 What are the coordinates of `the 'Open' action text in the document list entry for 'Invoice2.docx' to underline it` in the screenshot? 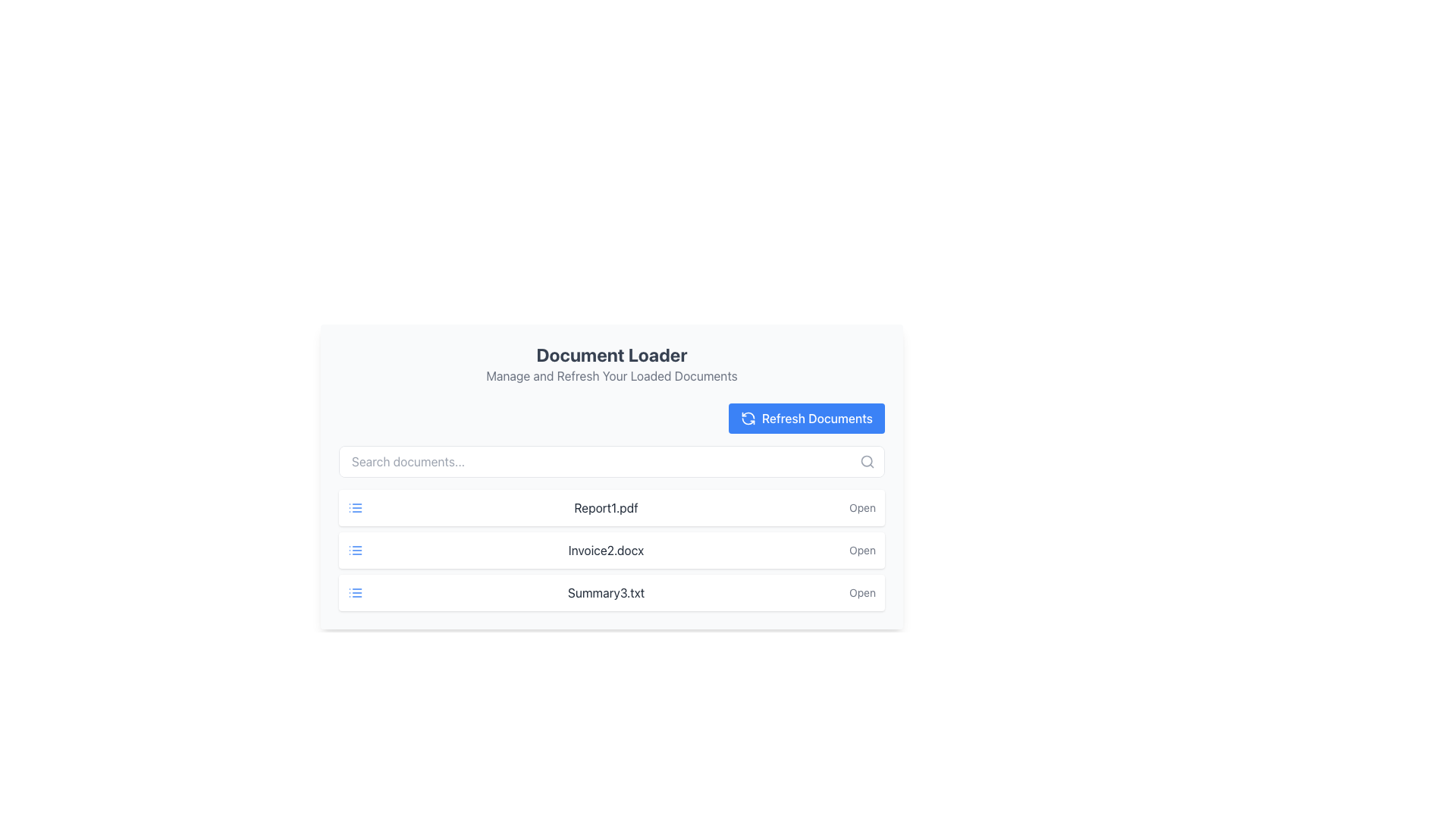 It's located at (611, 550).